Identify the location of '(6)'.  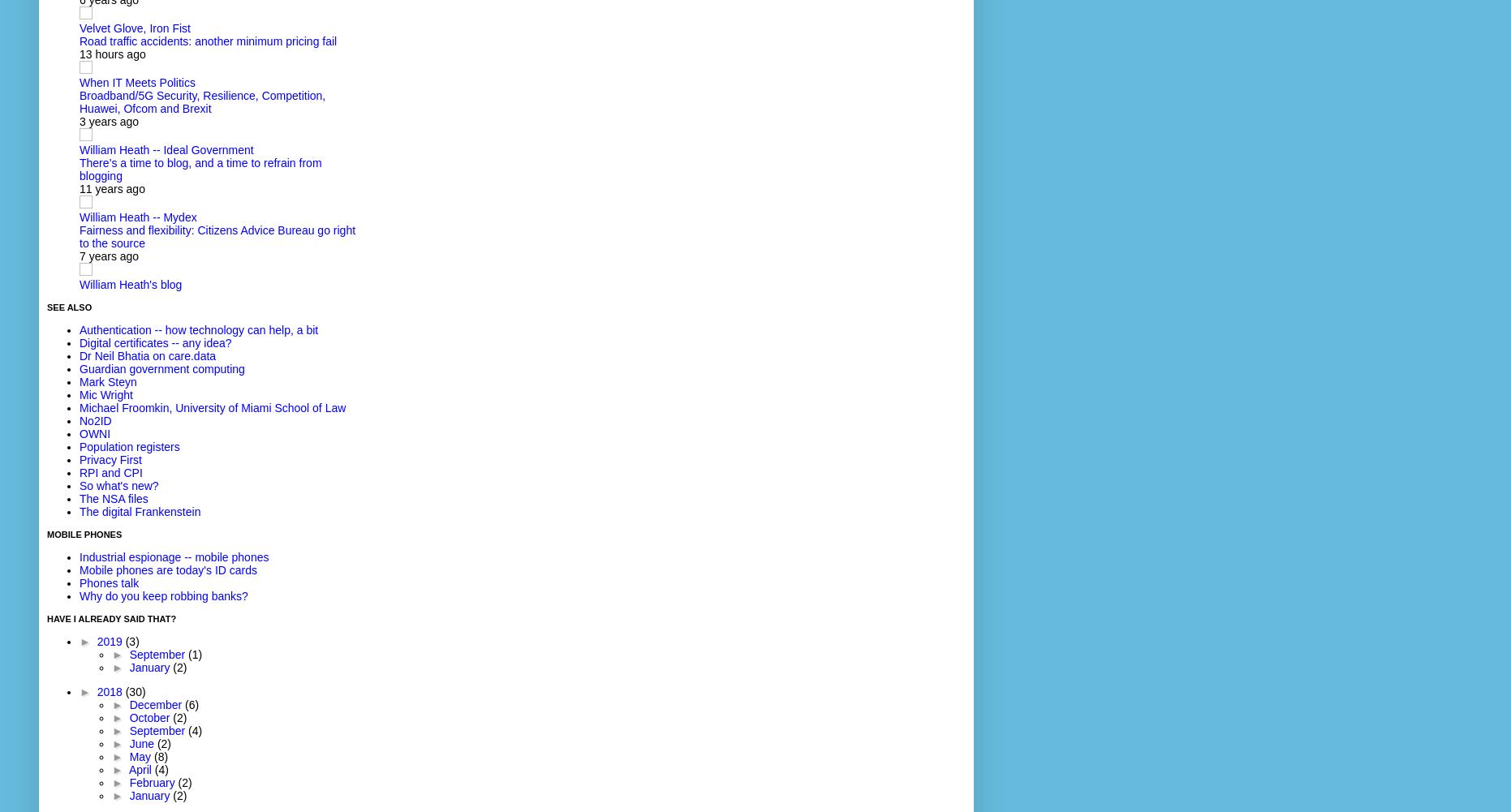
(192, 704).